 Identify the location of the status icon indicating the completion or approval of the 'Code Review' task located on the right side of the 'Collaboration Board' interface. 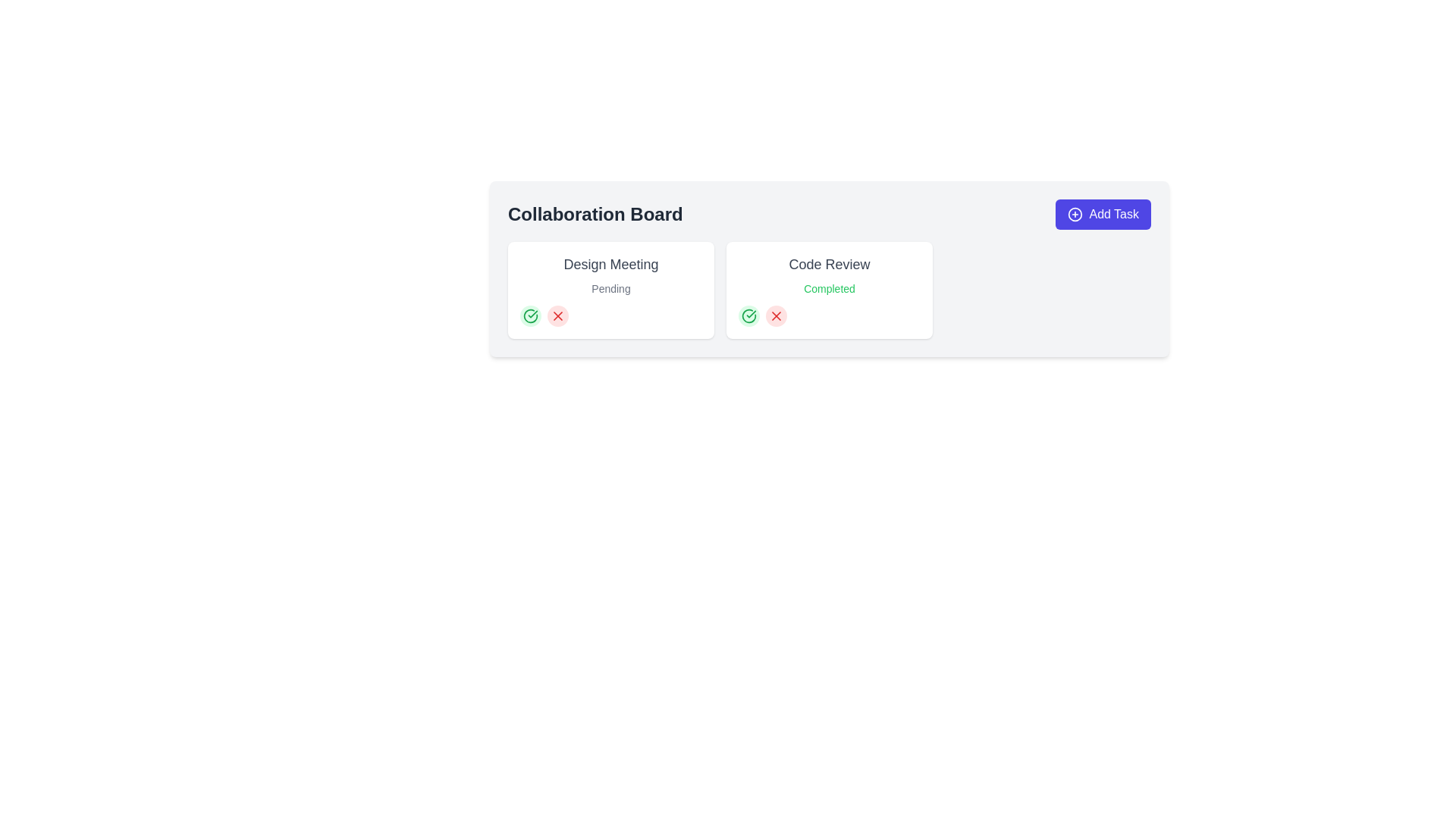
(749, 315).